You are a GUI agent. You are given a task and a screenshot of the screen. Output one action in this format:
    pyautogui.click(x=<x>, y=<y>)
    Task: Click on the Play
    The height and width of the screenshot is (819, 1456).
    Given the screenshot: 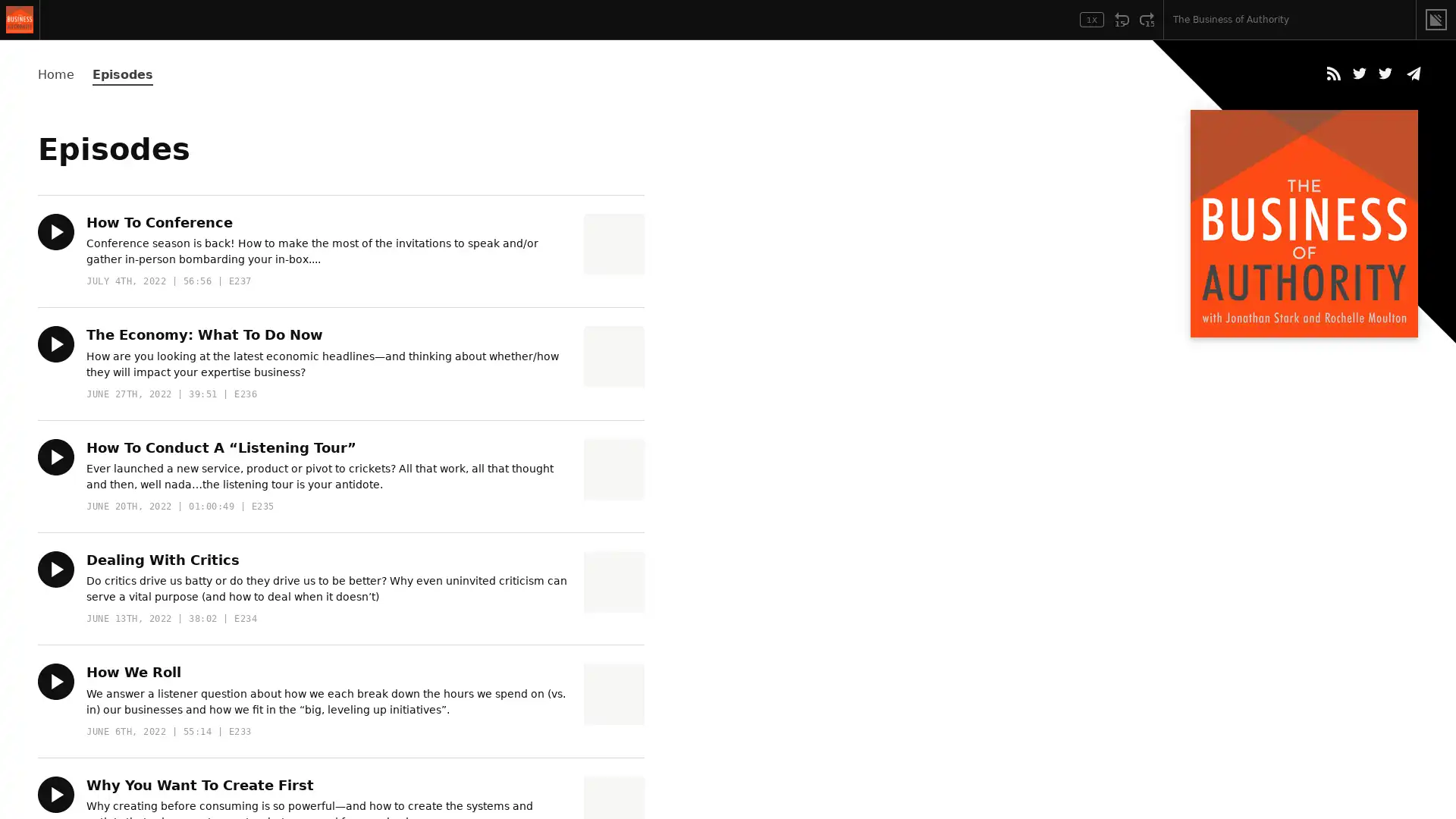 What is the action you would take?
    pyautogui.click(x=58, y=20)
    